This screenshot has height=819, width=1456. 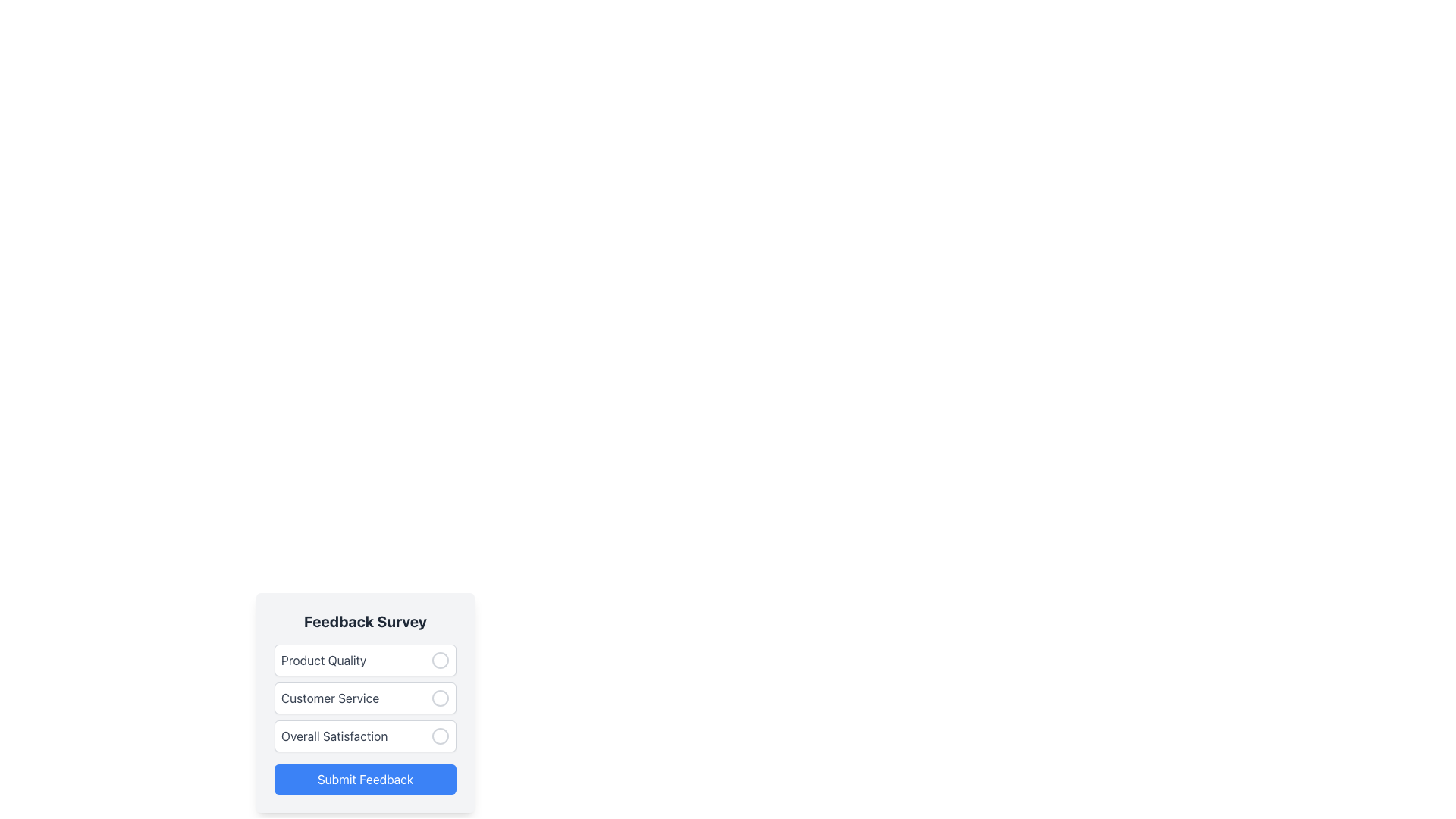 What do you see at coordinates (439, 660) in the screenshot?
I see `the circular radio button located in the 'Product Quality' row of the feedback survey` at bounding box center [439, 660].